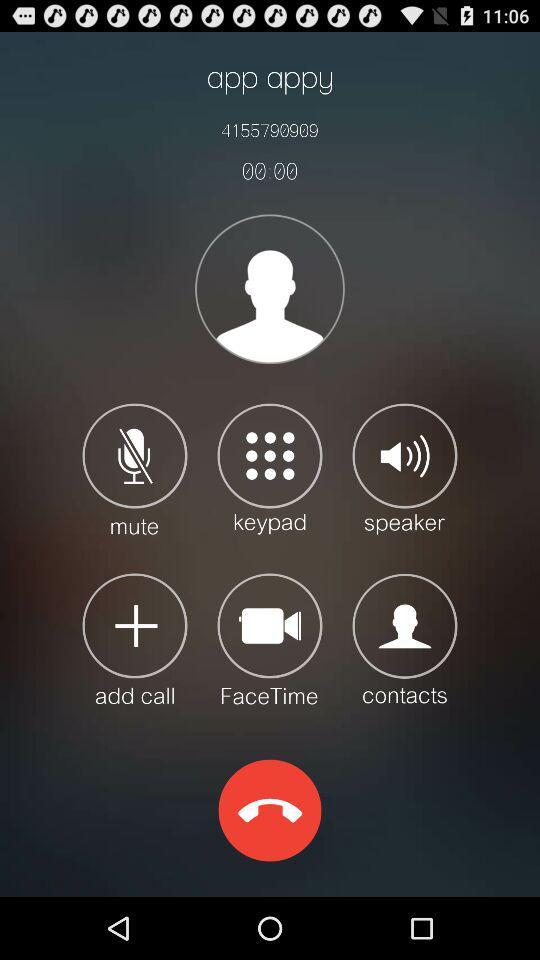  What do you see at coordinates (270, 468) in the screenshot?
I see `open keypad` at bounding box center [270, 468].